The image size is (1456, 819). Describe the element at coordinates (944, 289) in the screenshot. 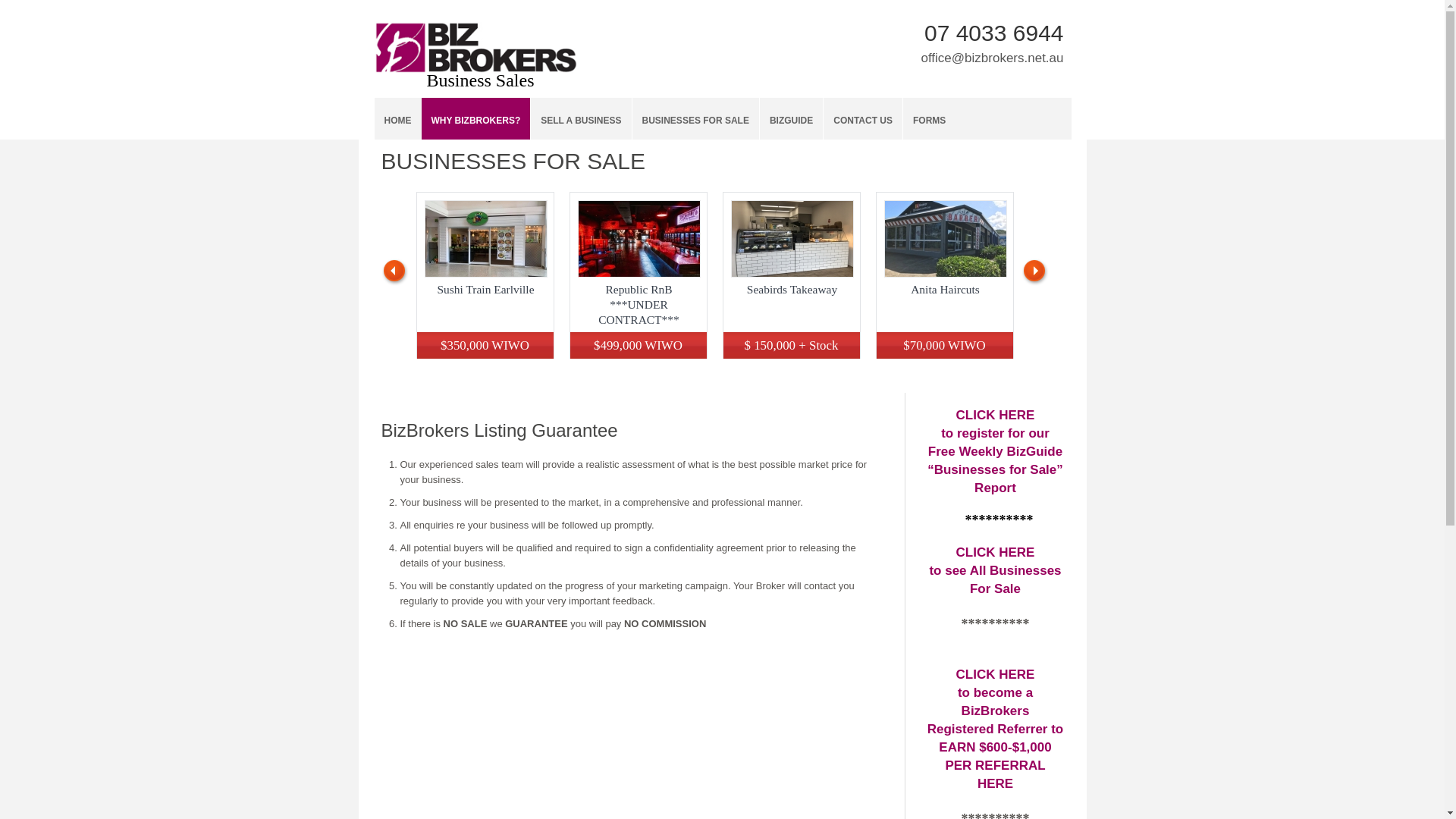

I see `'Anita Haircuts'` at that location.